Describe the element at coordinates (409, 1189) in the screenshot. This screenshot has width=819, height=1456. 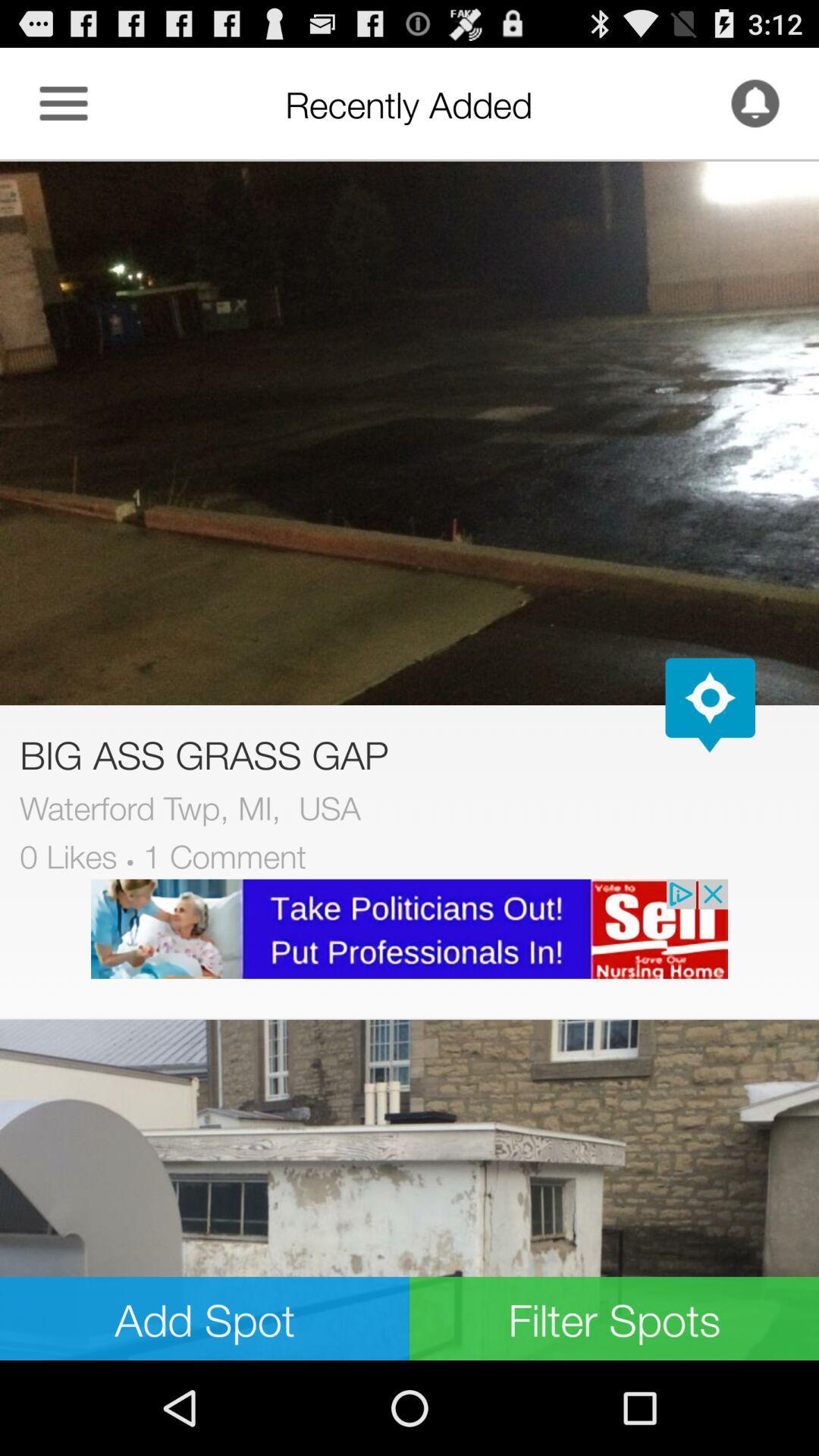
I see `image` at that location.